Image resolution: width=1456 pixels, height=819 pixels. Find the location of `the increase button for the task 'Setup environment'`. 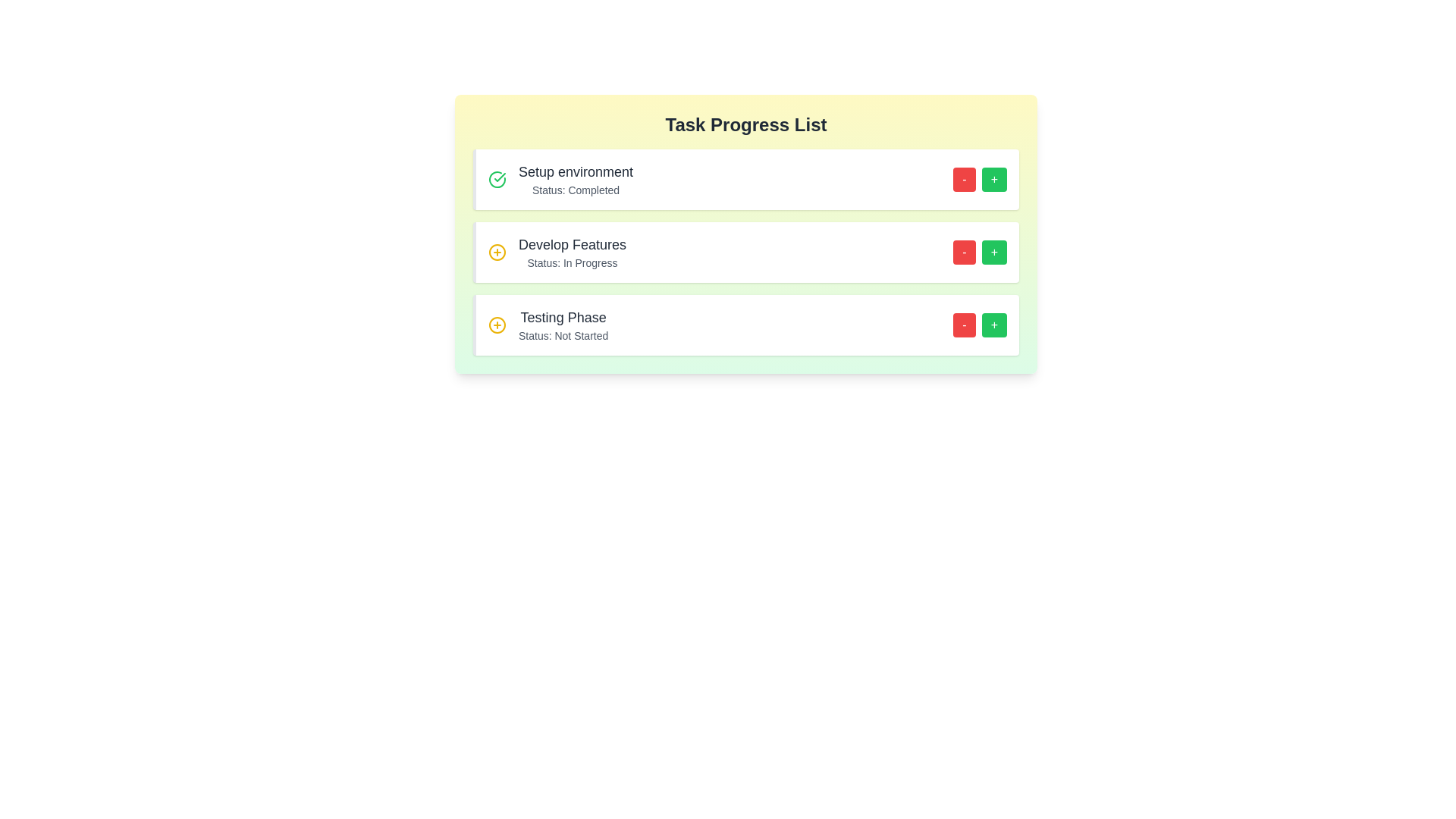

the increase button for the task 'Setup environment' is located at coordinates (994, 178).